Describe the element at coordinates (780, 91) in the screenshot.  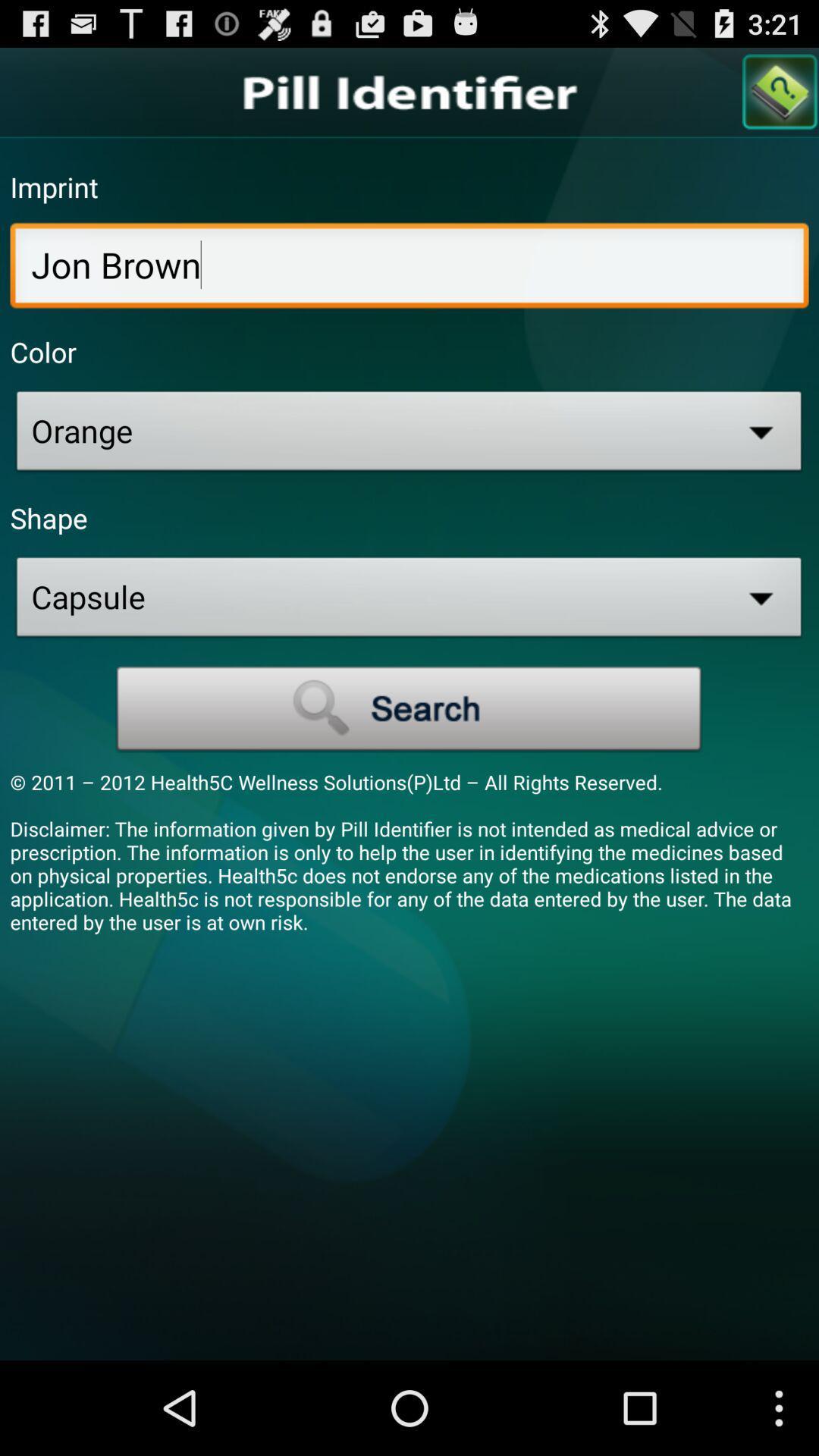
I see `search page` at that location.